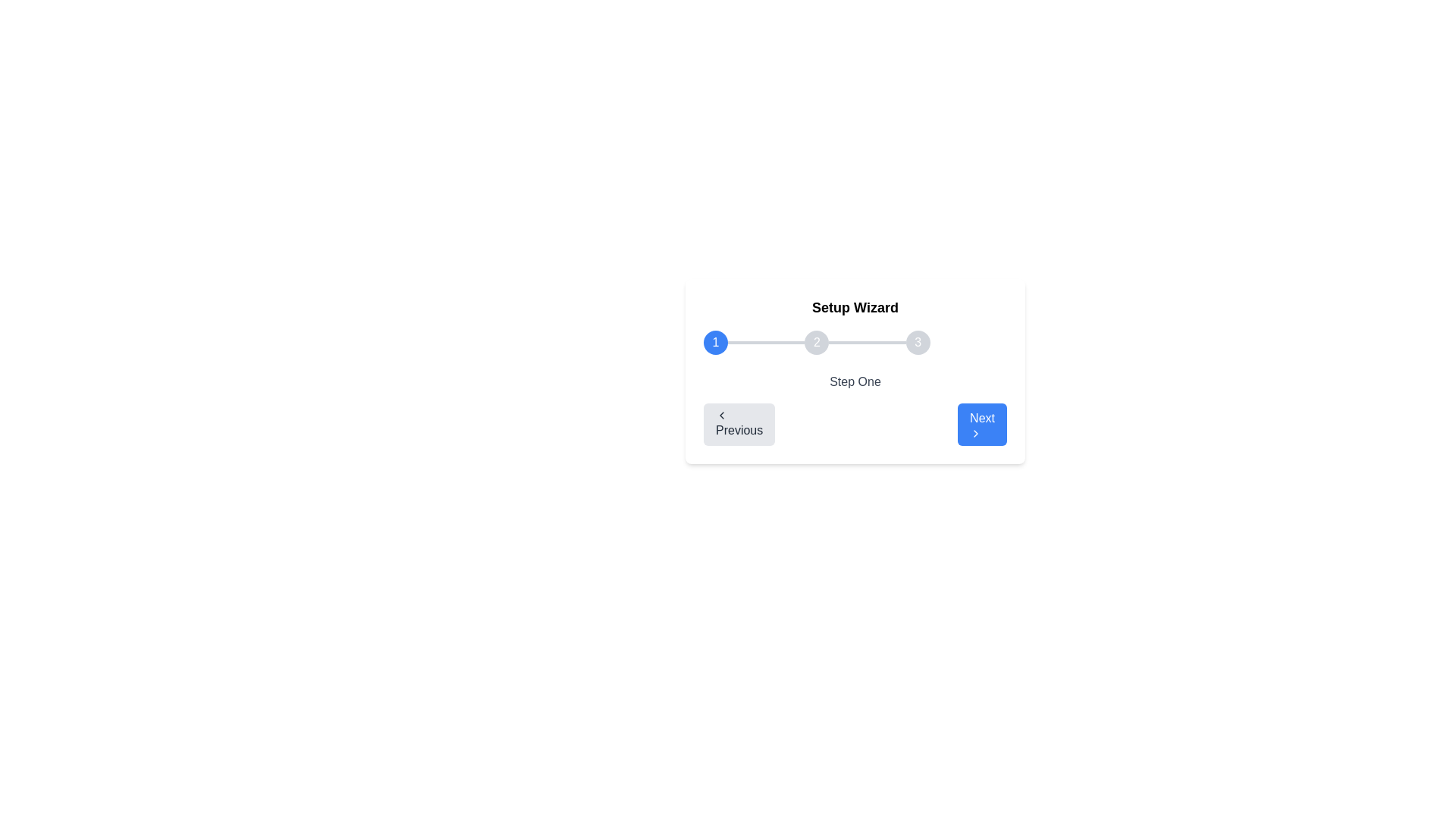 The height and width of the screenshot is (819, 1456). What do you see at coordinates (720, 415) in the screenshot?
I see `the backward navigation icon located to the left of the 'Previous' text within the Setup Wizard interface` at bounding box center [720, 415].